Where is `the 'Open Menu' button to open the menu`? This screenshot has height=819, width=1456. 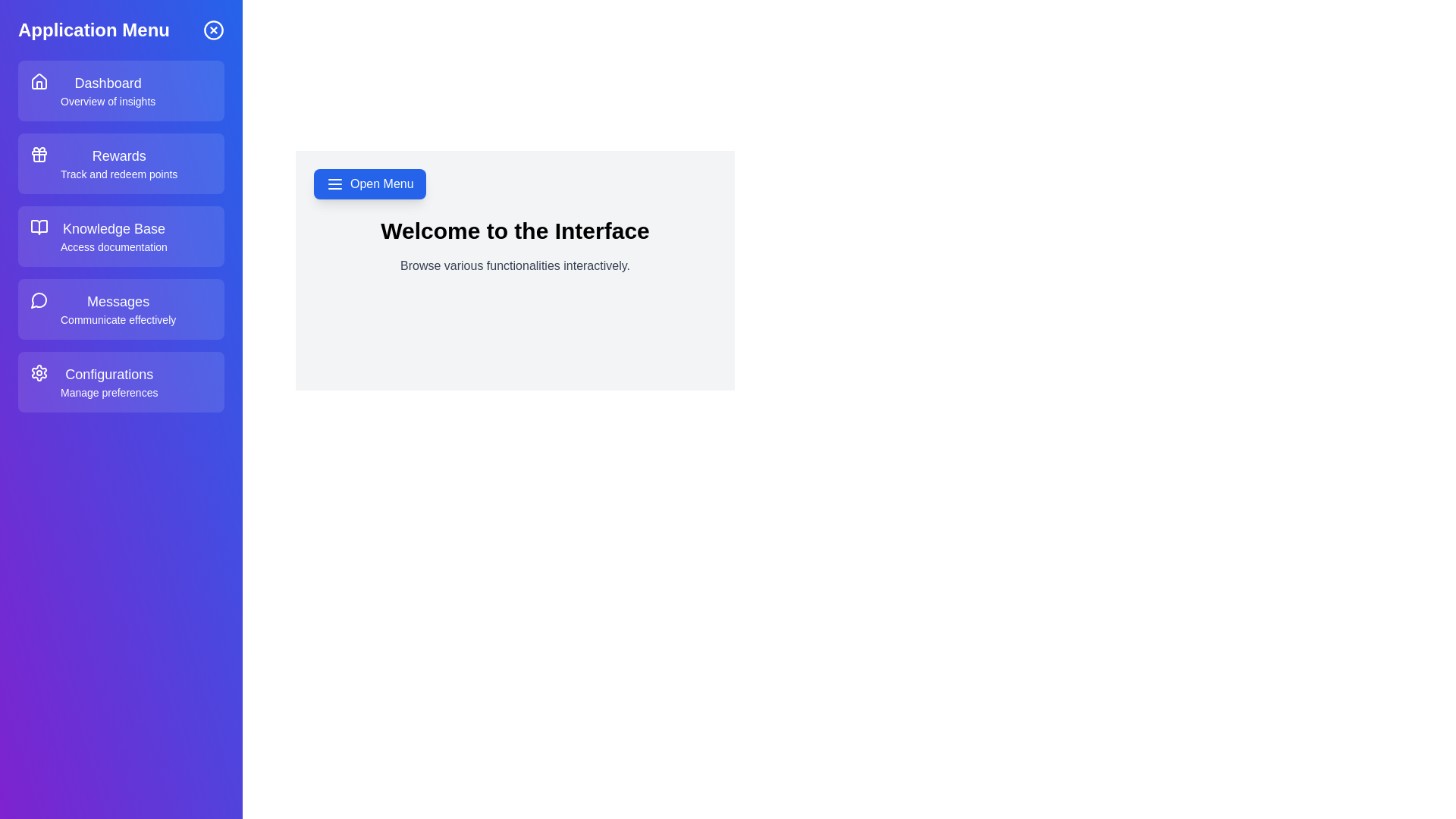
the 'Open Menu' button to open the menu is located at coordinates (369, 184).